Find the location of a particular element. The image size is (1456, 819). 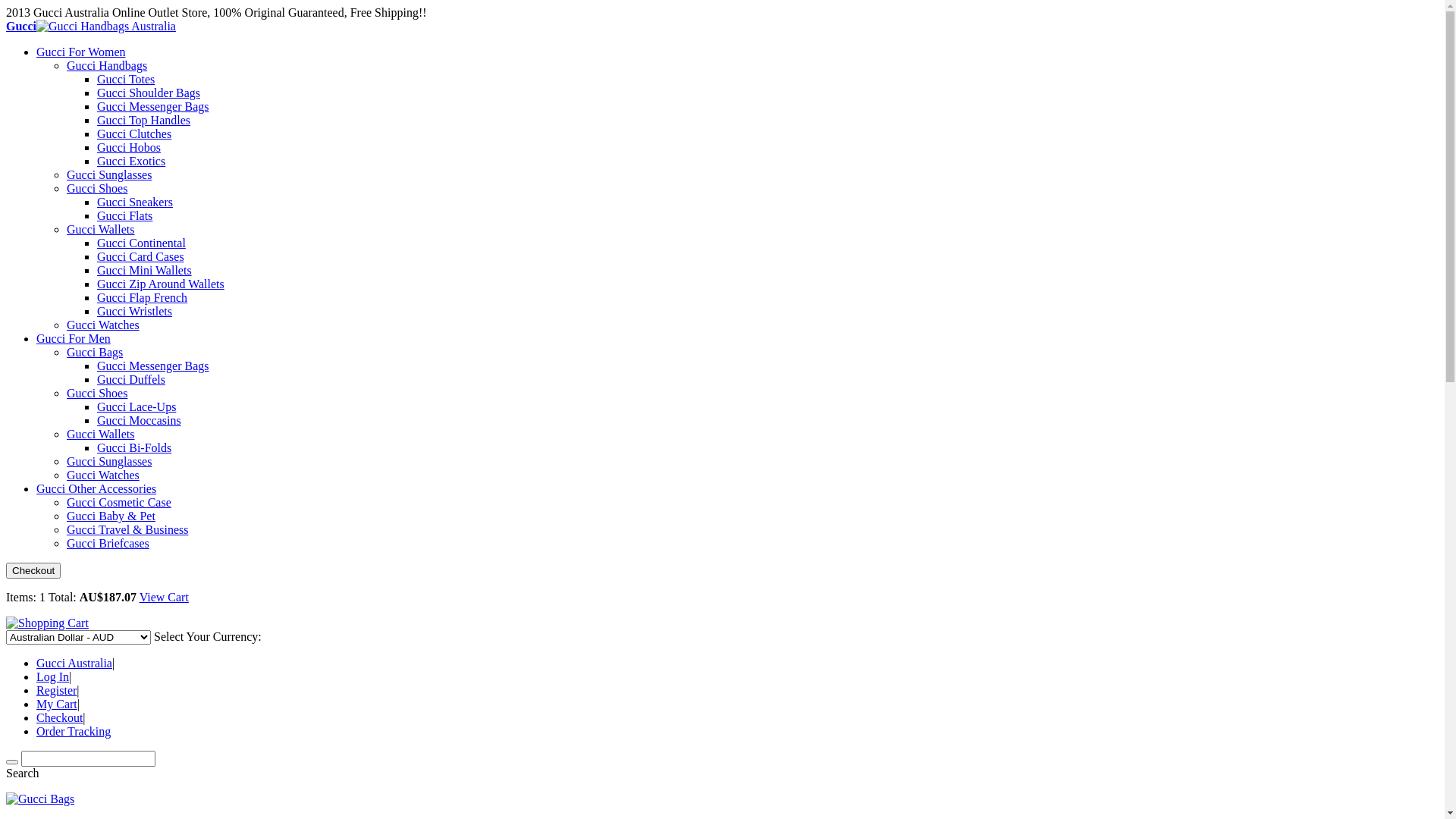

'View Cart' is located at coordinates (164, 596).